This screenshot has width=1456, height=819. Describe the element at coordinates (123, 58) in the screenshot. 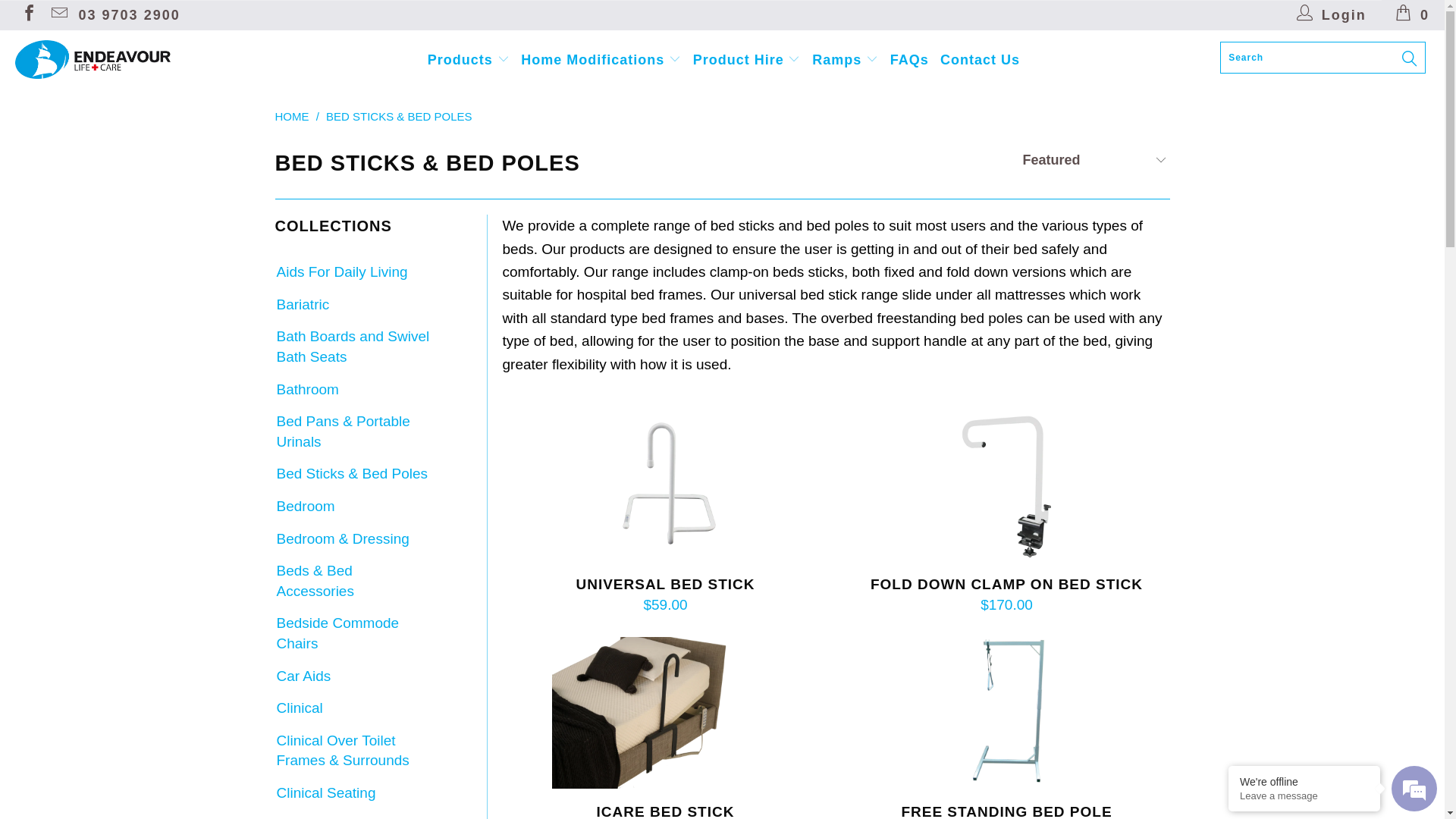

I see `'Endeavour Life Care'` at that location.